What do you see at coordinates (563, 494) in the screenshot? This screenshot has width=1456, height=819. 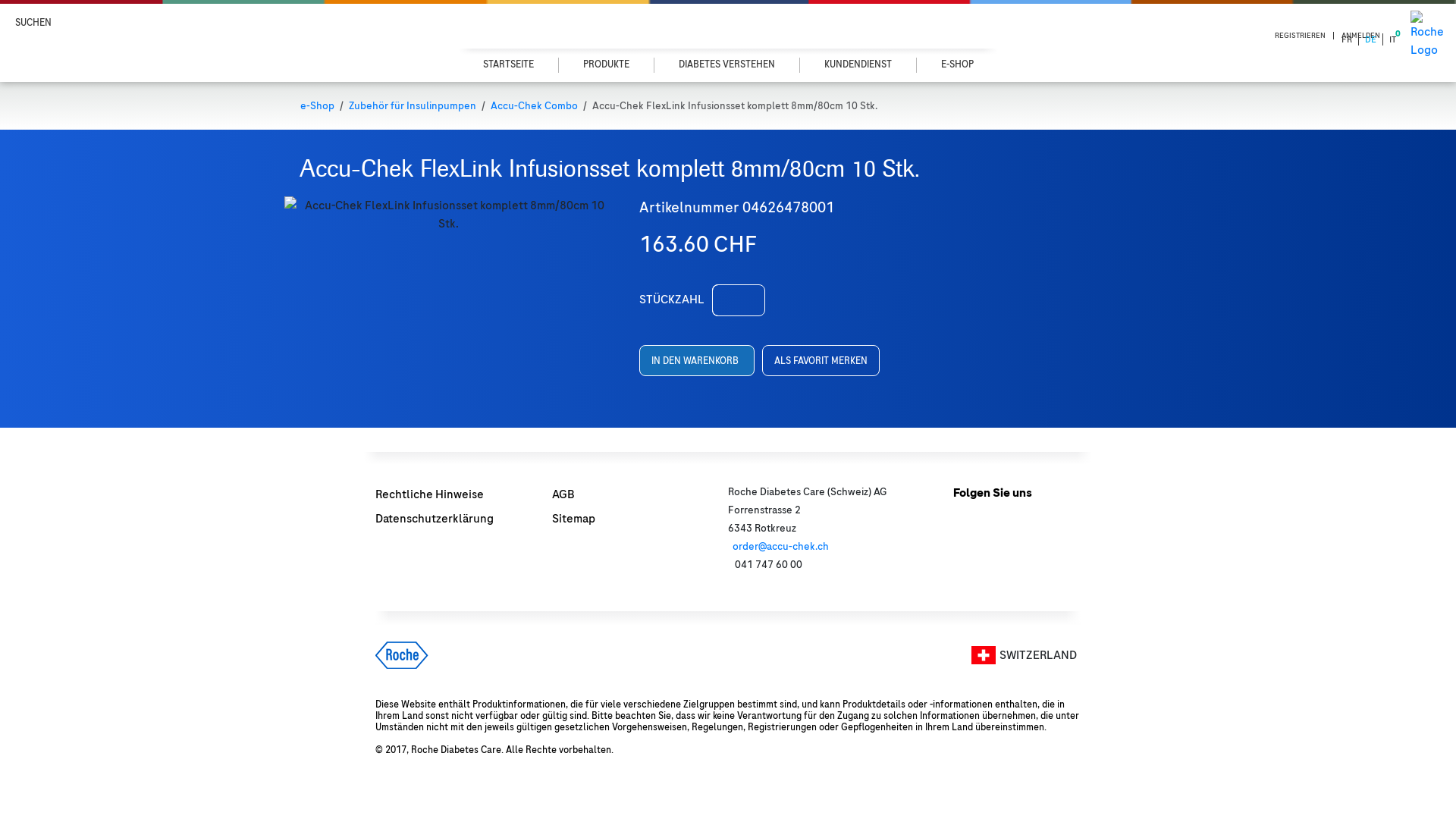 I see `'AGB'` at bounding box center [563, 494].